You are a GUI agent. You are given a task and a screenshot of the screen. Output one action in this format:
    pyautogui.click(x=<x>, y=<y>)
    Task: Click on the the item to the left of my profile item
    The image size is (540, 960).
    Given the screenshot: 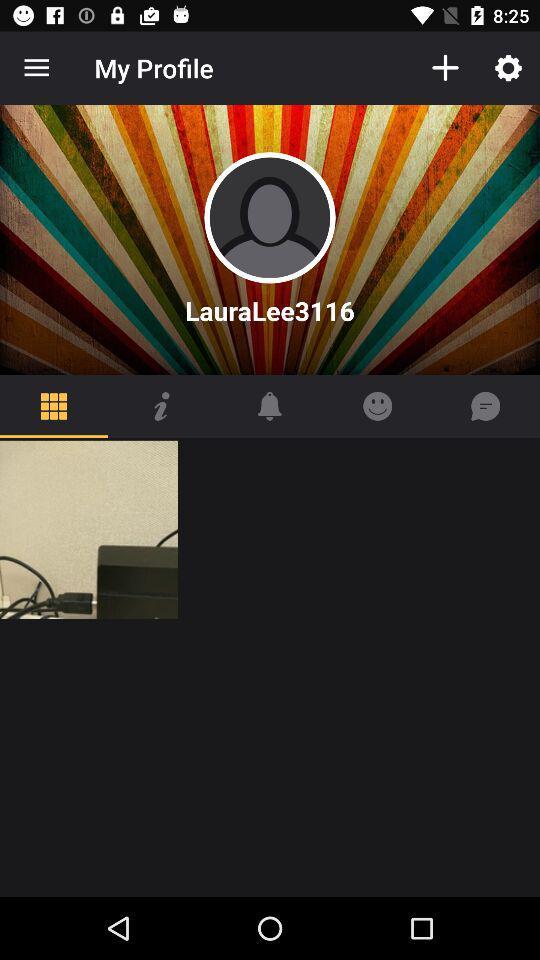 What is the action you would take?
    pyautogui.click(x=36, y=68)
    